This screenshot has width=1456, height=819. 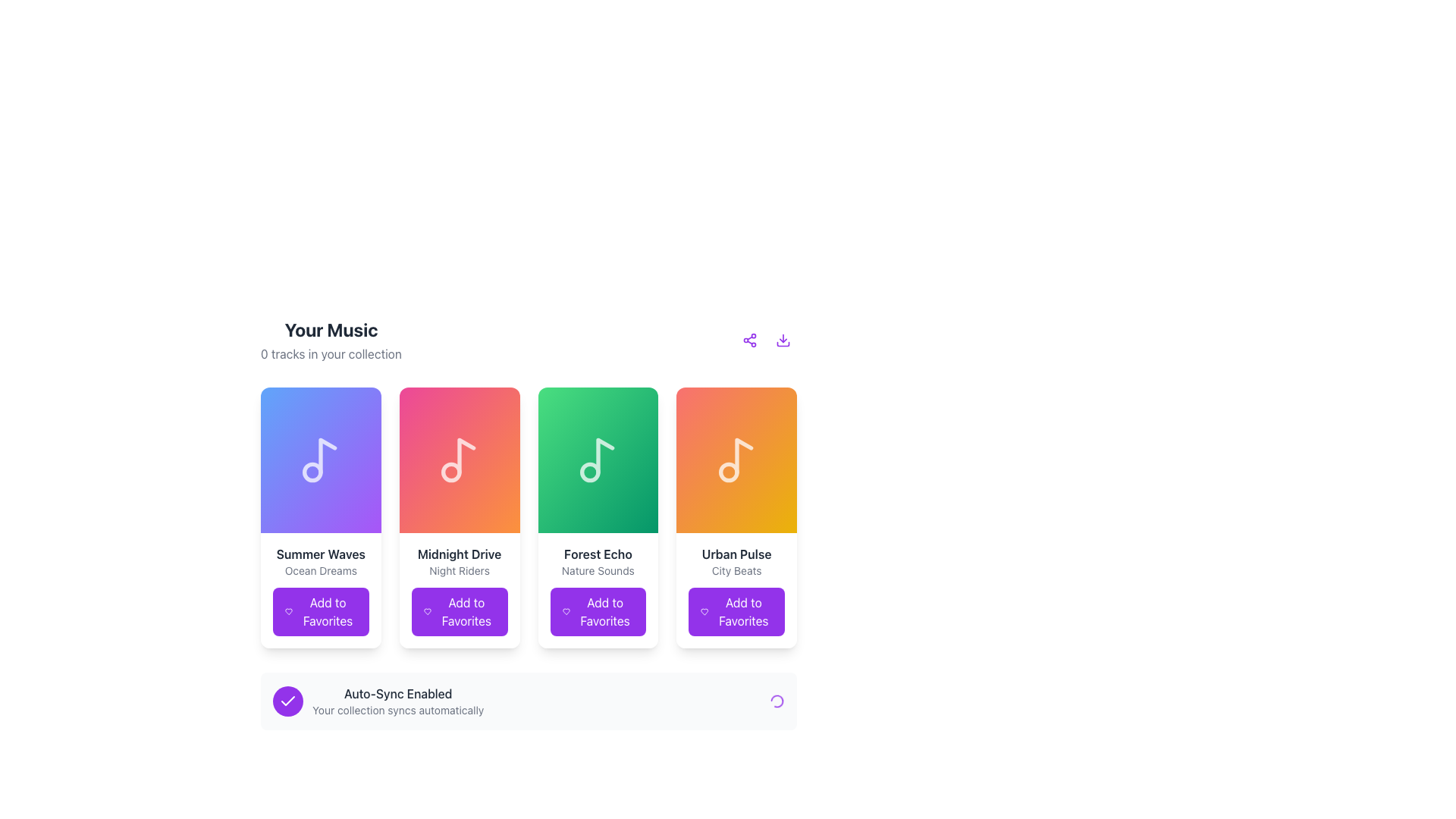 I want to click on the favorite button located at the bottom of the 'Forest Echo' card, so click(x=597, y=610).